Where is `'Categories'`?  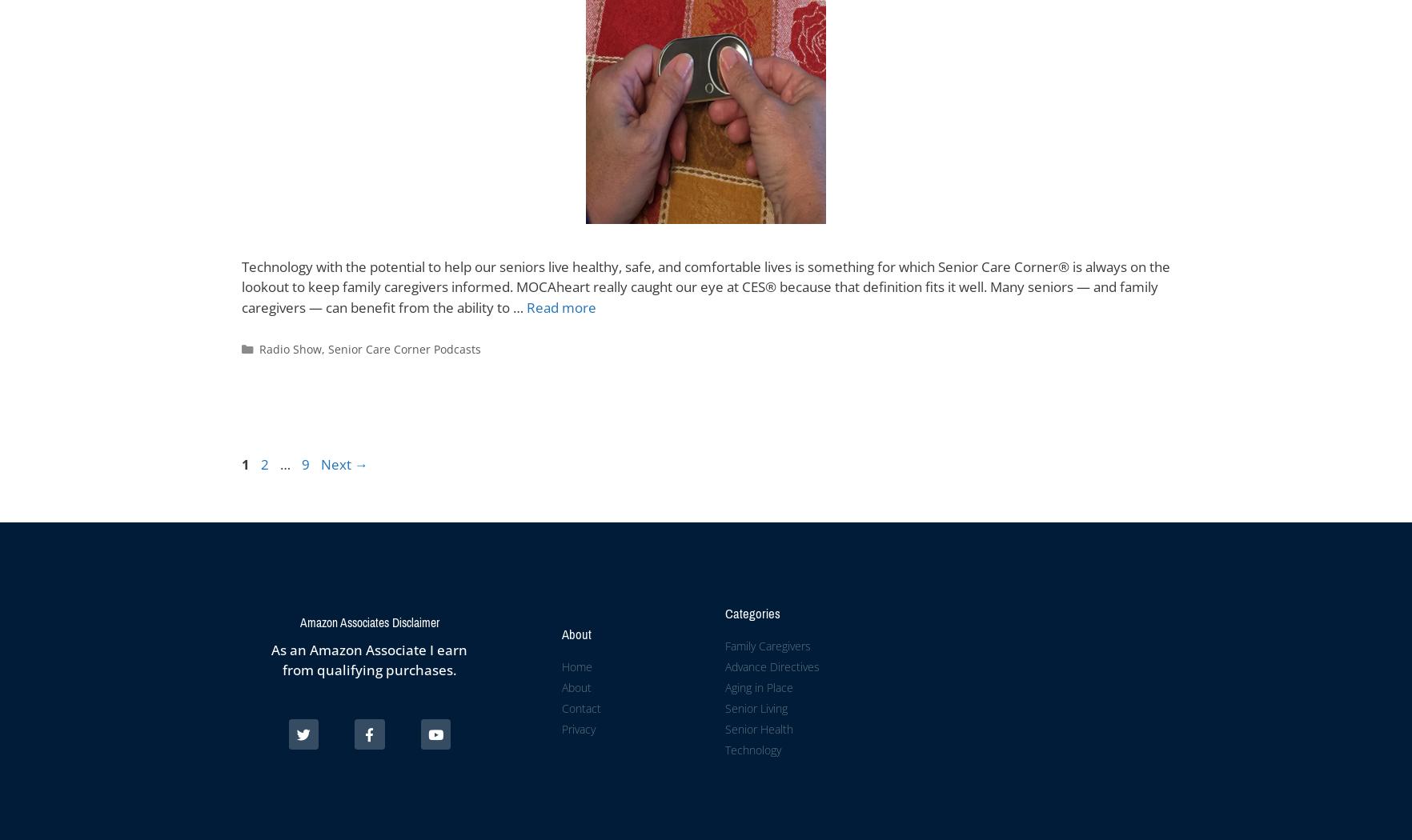
'Categories' is located at coordinates (752, 613).